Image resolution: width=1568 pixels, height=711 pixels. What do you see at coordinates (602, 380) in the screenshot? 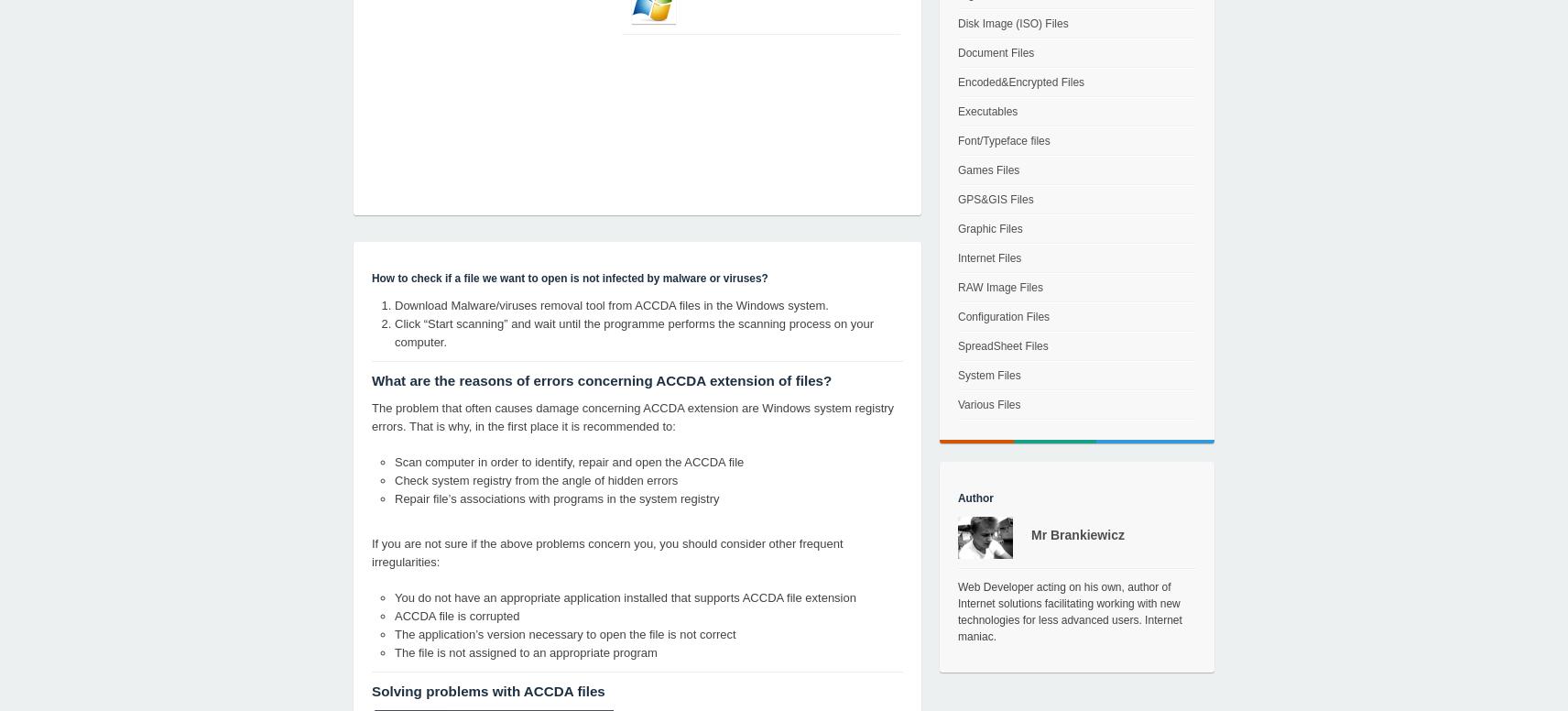
I see `'What are the reasons of errors concerning ACCDA extension of files?'` at bounding box center [602, 380].